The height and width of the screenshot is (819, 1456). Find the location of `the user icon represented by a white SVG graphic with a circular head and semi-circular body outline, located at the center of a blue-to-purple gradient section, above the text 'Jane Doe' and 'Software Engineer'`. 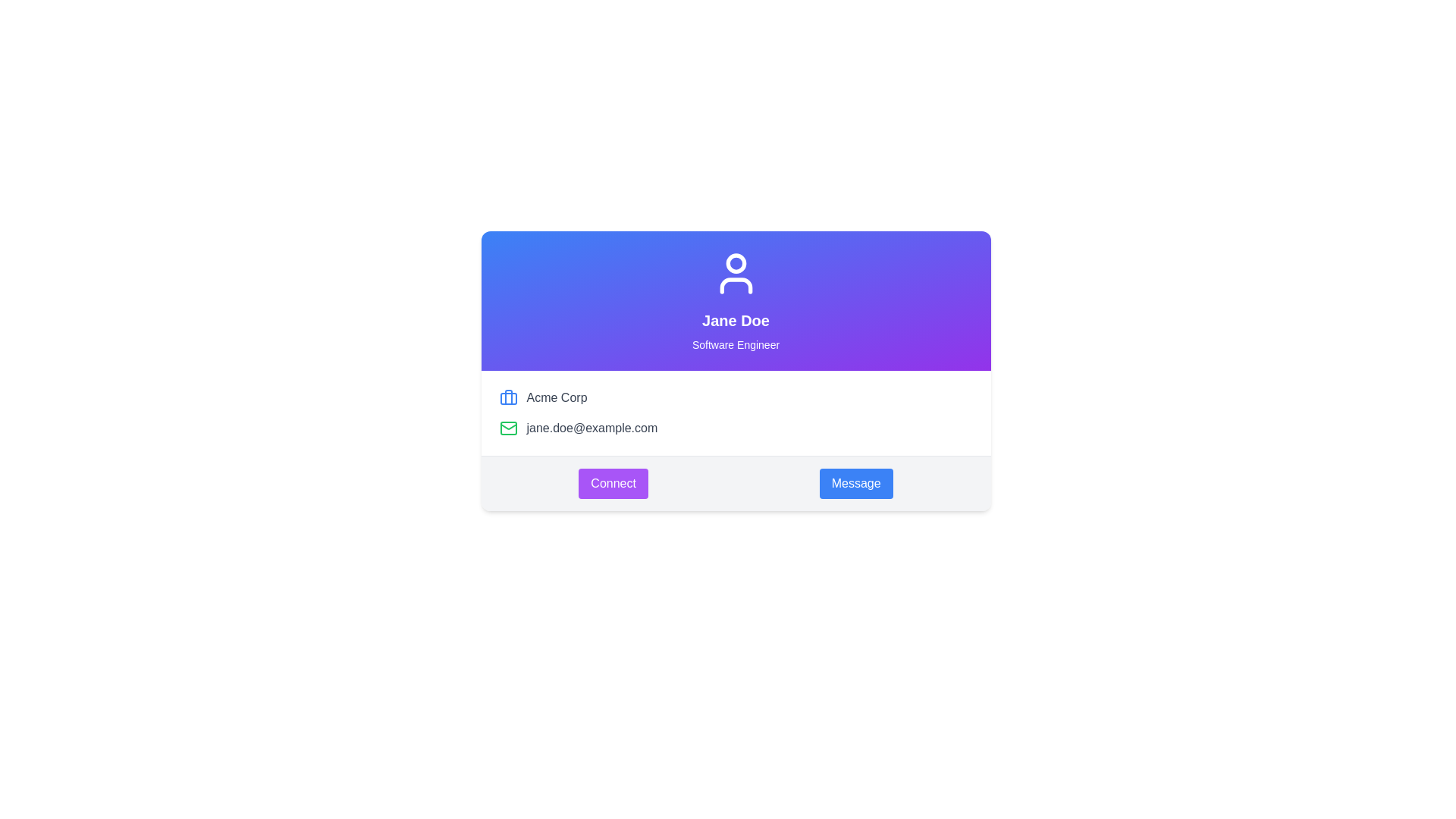

the user icon represented by a white SVG graphic with a circular head and semi-circular body outline, located at the center of a blue-to-purple gradient section, above the text 'Jane Doe' and 'Software Engineer' is located at coordinates (736, 274).